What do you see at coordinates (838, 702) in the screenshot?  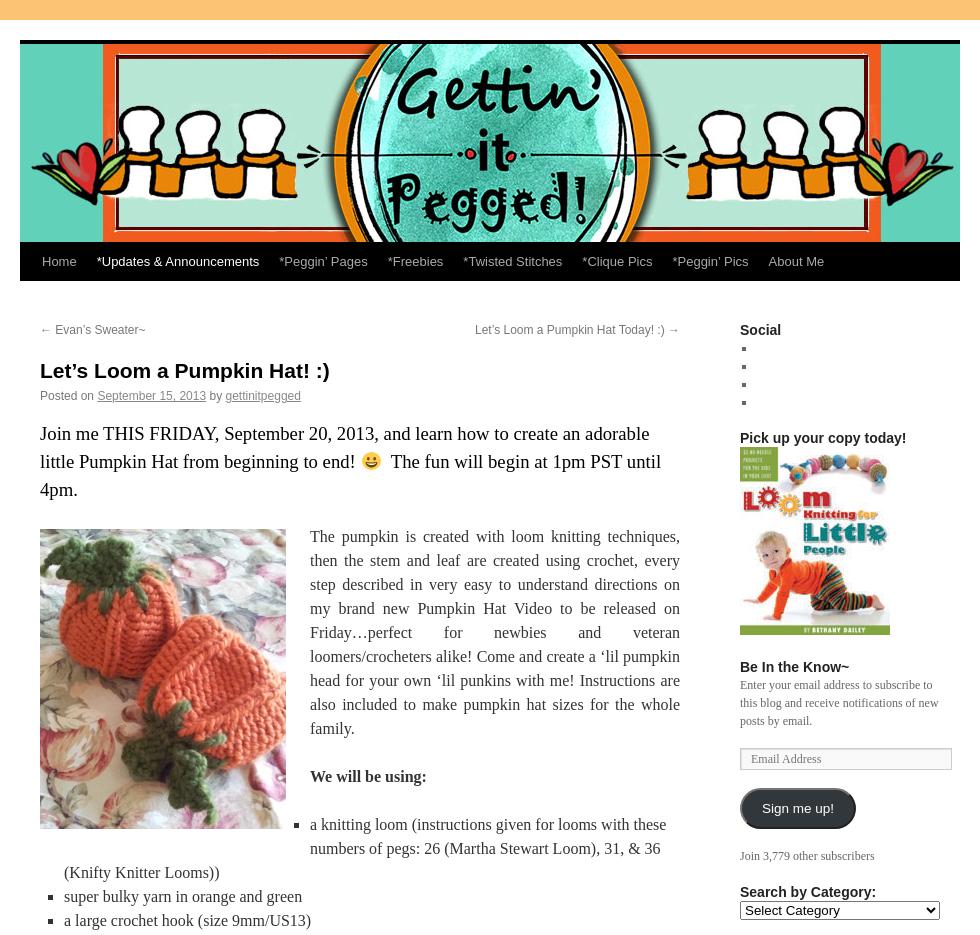 I see `'Enter your email address to subscribe to this blog and receive notifications of new posts by email.'` at bounding box center [838, 702].